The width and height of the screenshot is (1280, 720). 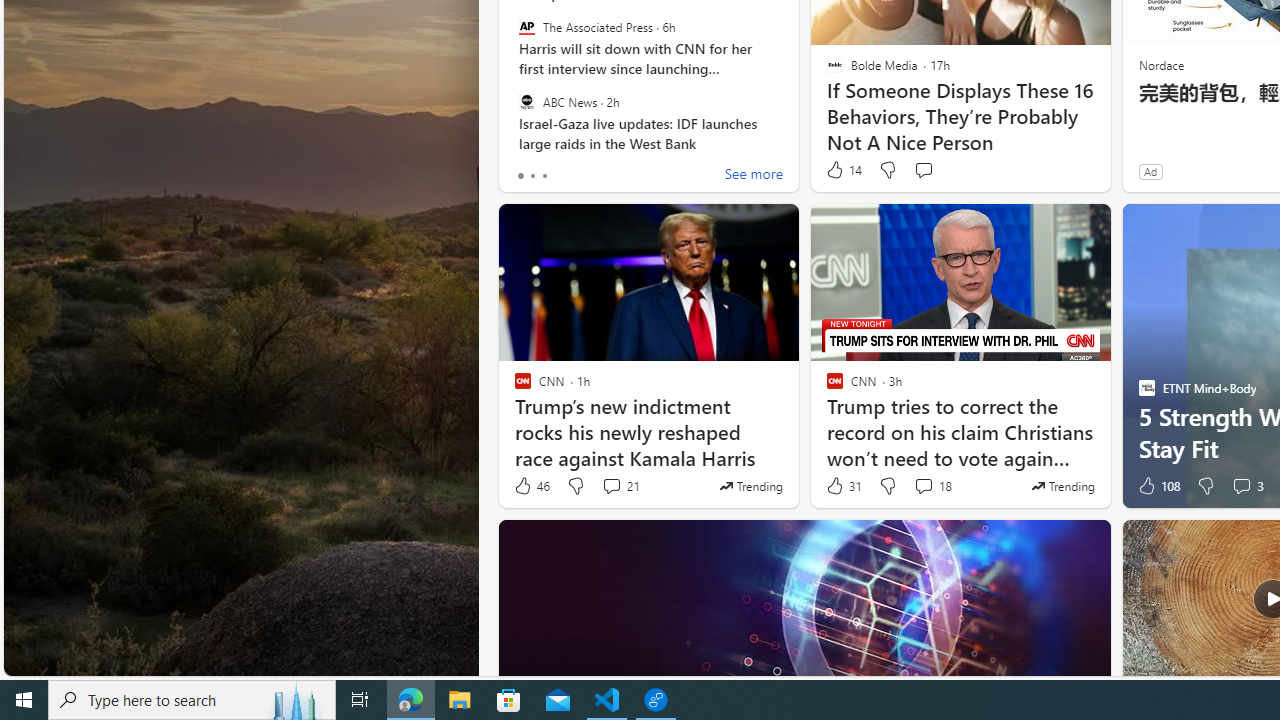 I want to click on '108 Like', so click(x=1157, y=486).